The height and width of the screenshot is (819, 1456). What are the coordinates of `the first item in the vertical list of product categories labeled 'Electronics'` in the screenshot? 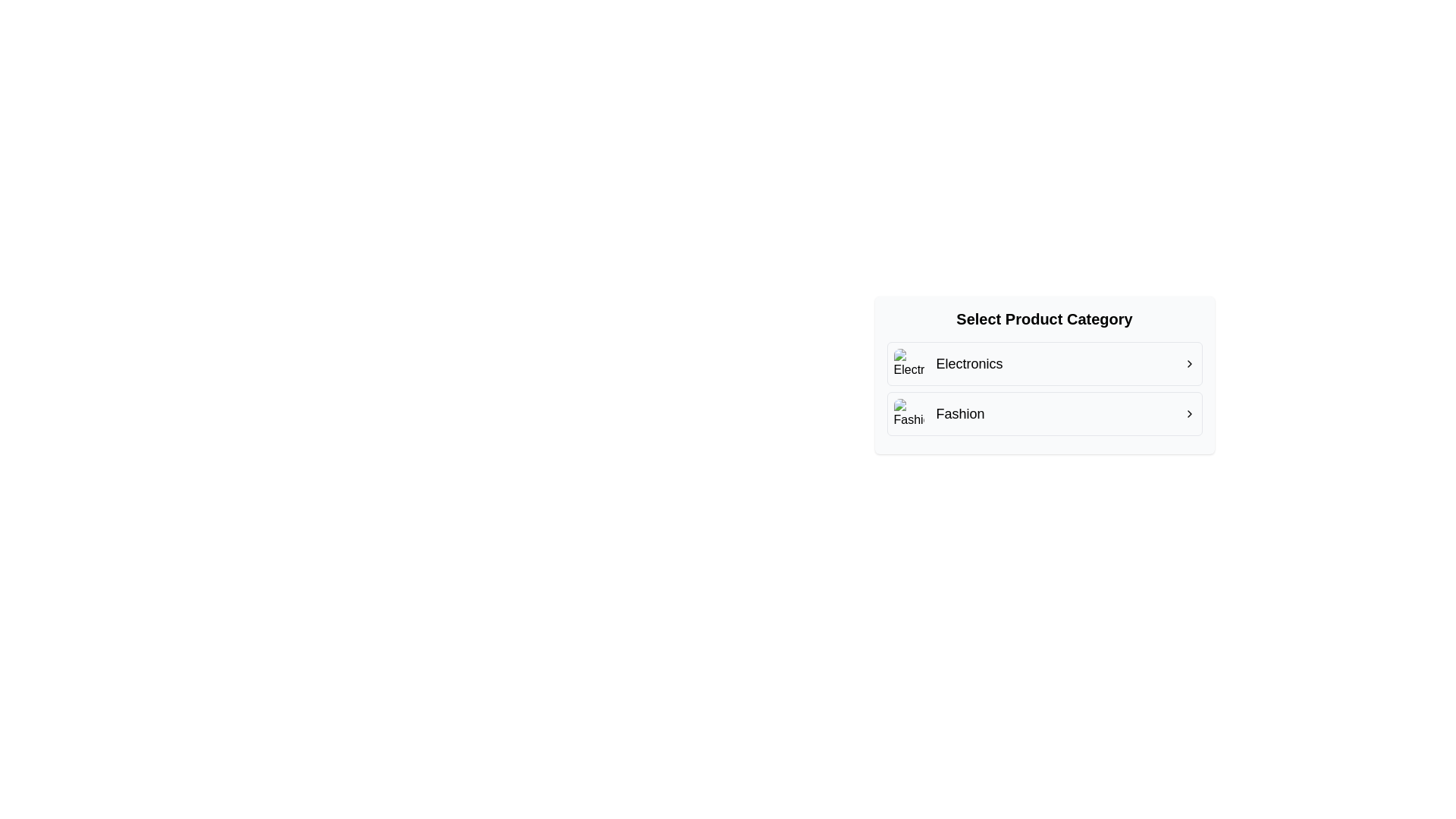 It's located at (1043, 363).